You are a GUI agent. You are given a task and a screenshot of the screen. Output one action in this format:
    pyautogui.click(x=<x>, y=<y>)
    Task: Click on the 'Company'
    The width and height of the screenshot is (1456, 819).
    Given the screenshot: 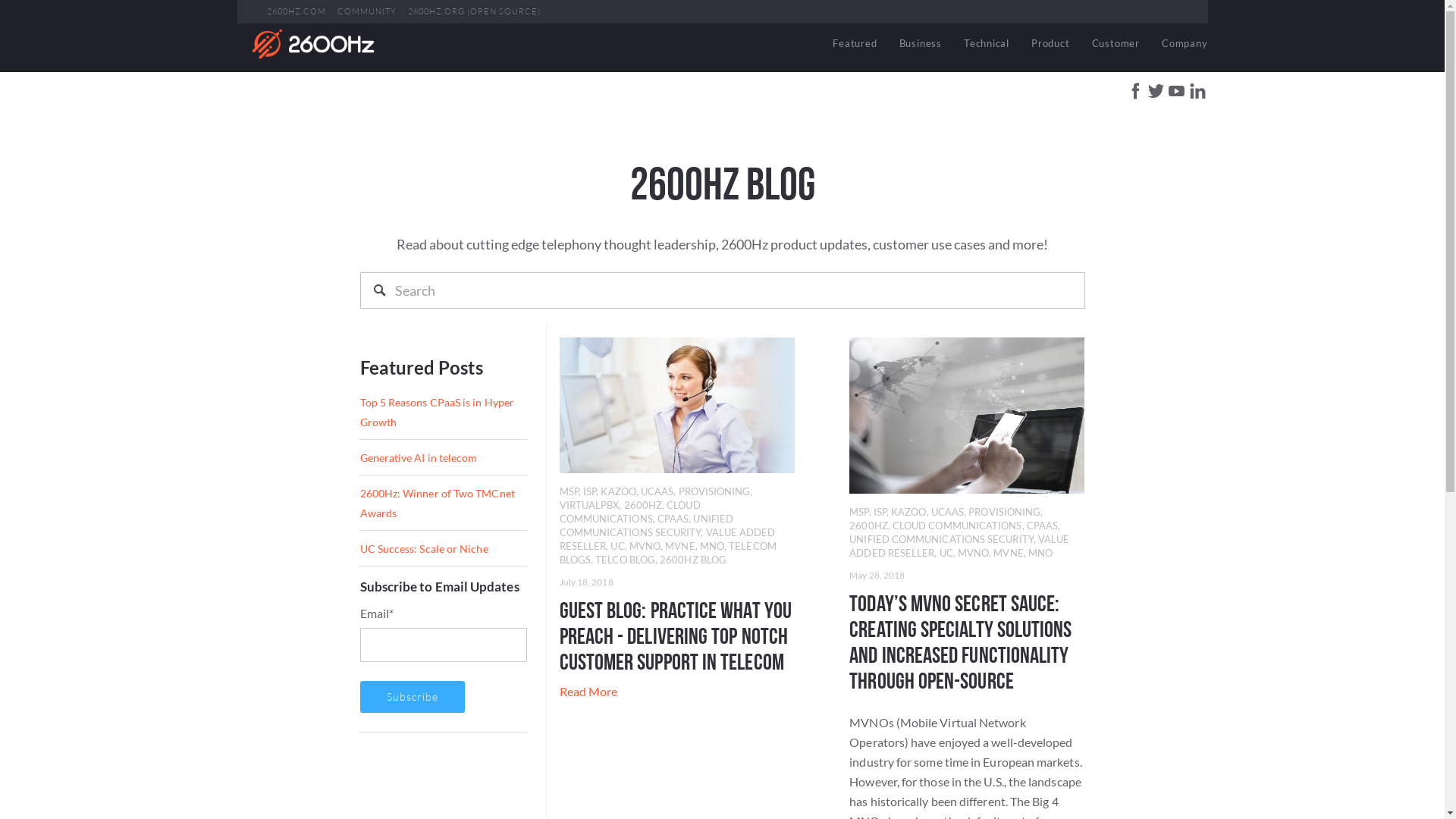 What is the action you would take?
    pyautogui.click(x=1178, y=43)
    